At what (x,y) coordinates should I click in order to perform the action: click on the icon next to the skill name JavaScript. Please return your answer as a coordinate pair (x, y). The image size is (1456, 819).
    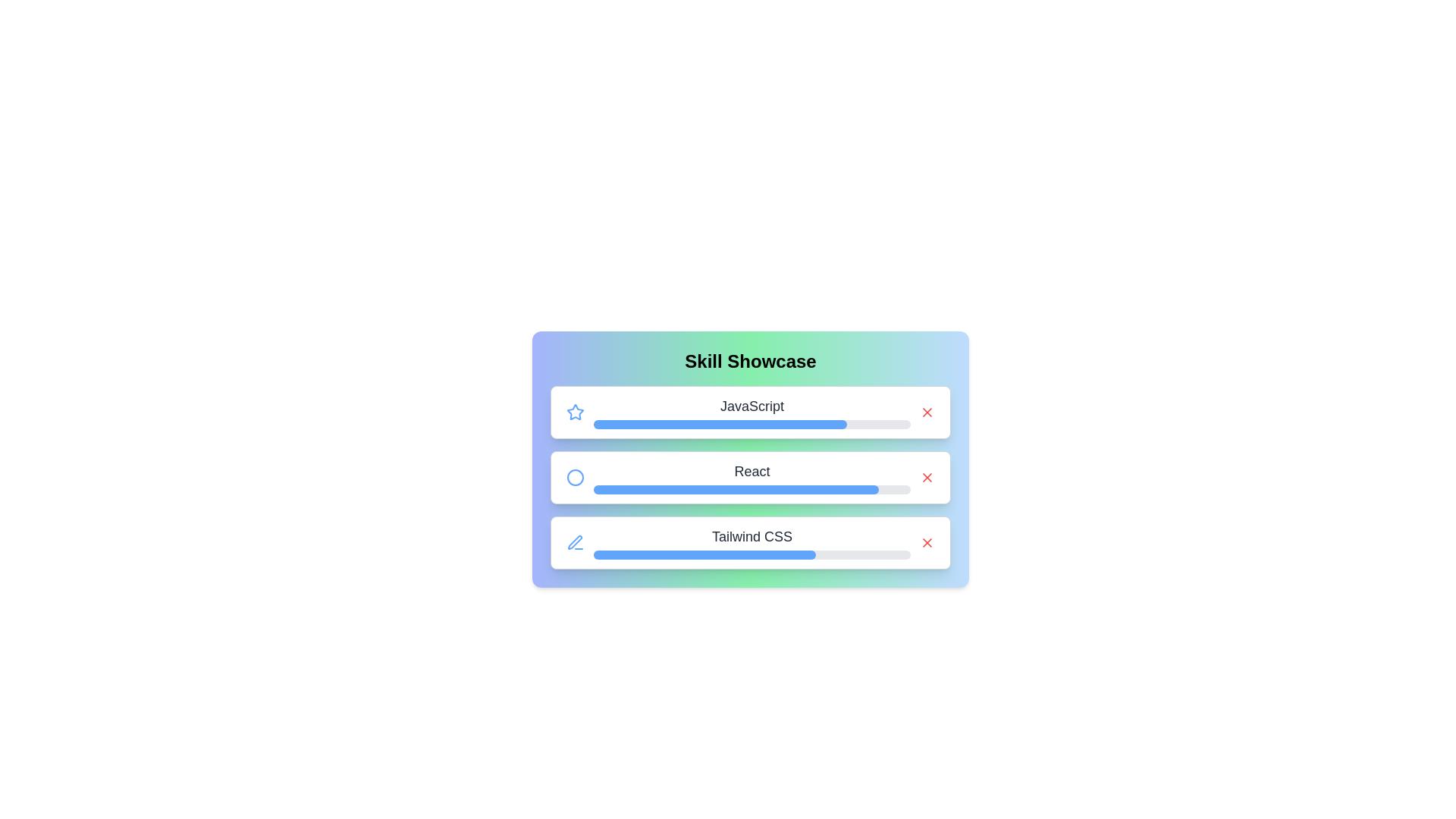
    Looking at the image, I should click on (574, 412).